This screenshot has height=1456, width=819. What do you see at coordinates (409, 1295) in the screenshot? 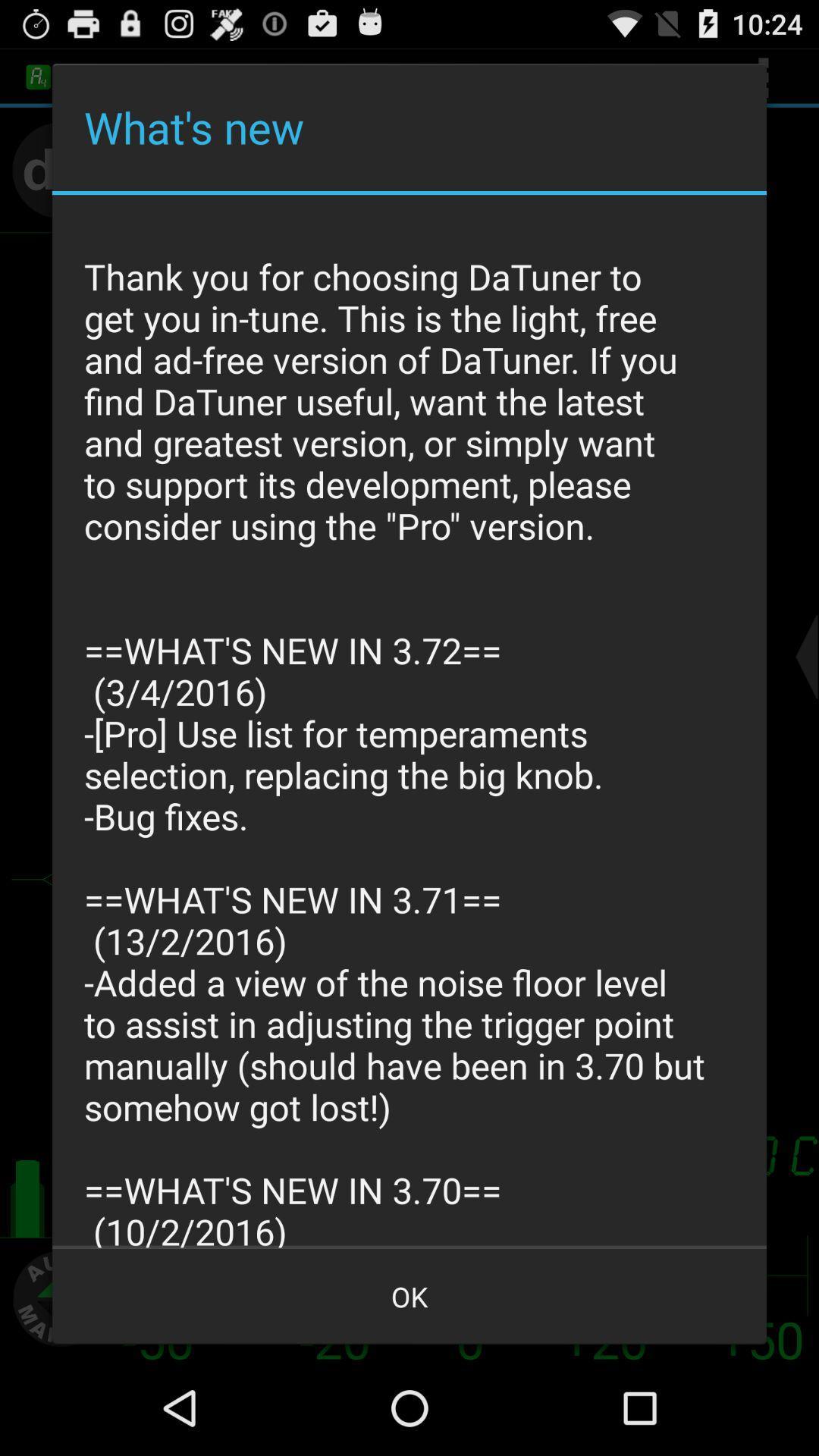
I see `ok` at bounding box center [409, 1295].